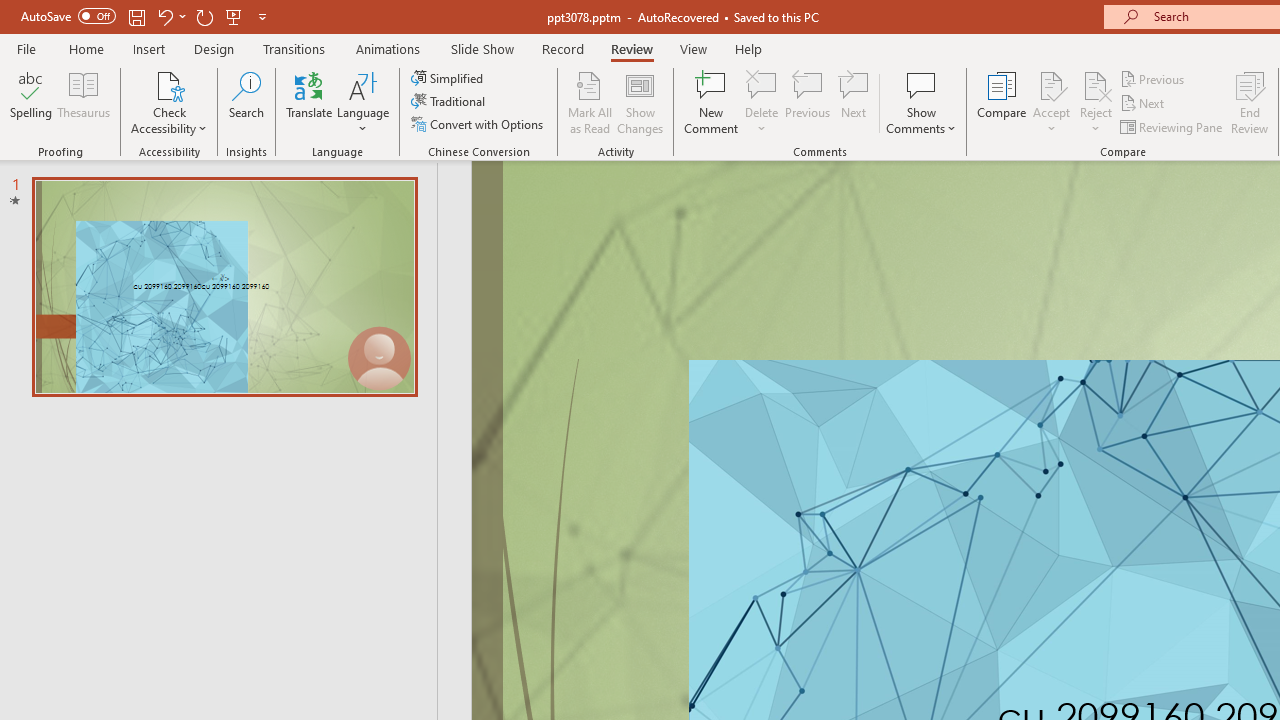 The height and width of the screenshot is (720, 1280). I want to click on 'Reviewing Pane', so click(1173, 127).